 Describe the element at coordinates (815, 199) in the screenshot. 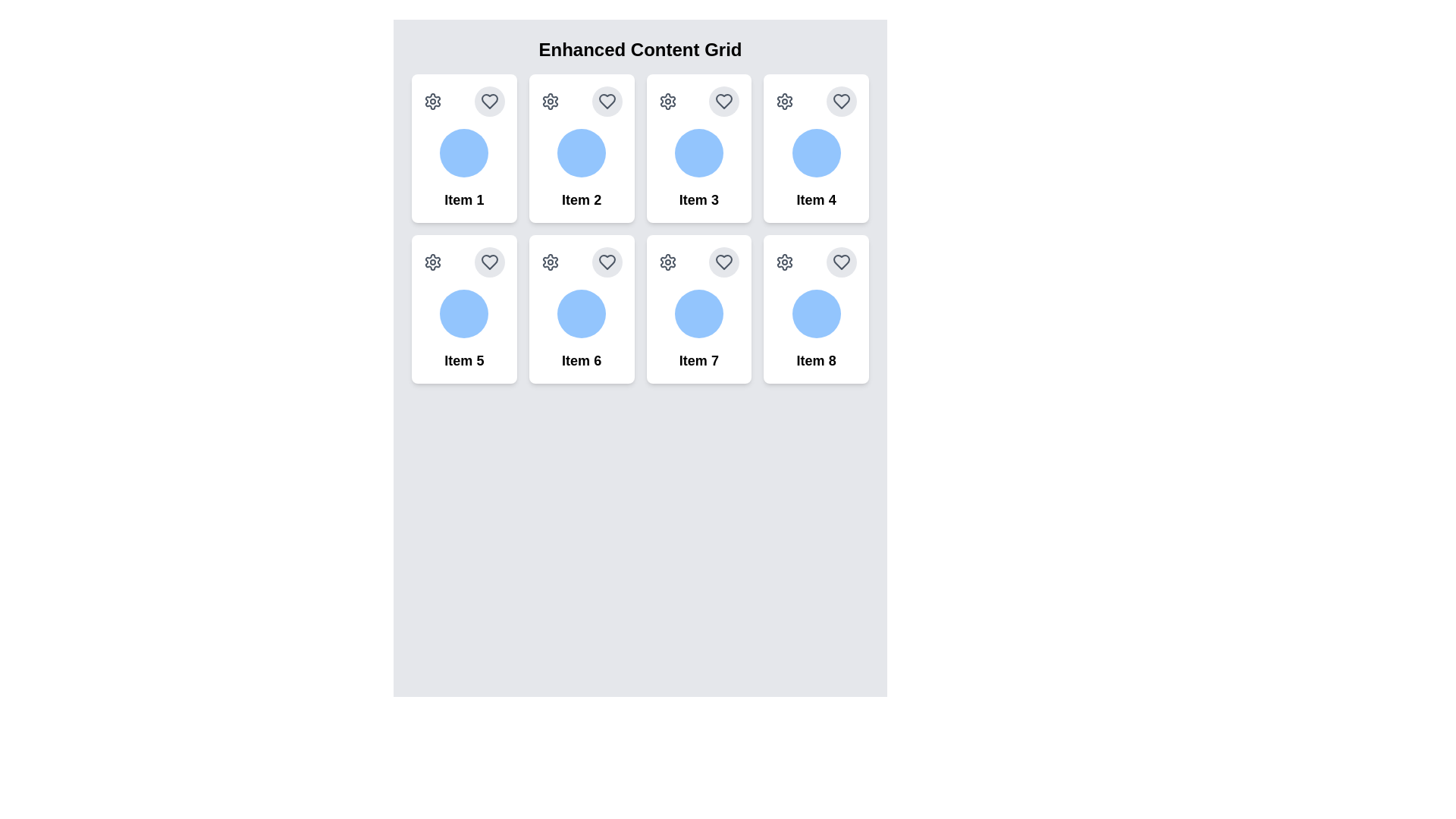

I see `the centered text label that displays 'Item 4', which is the fourth text item in the second row, second column of the 'Enhanced Content Grid'` at that location.